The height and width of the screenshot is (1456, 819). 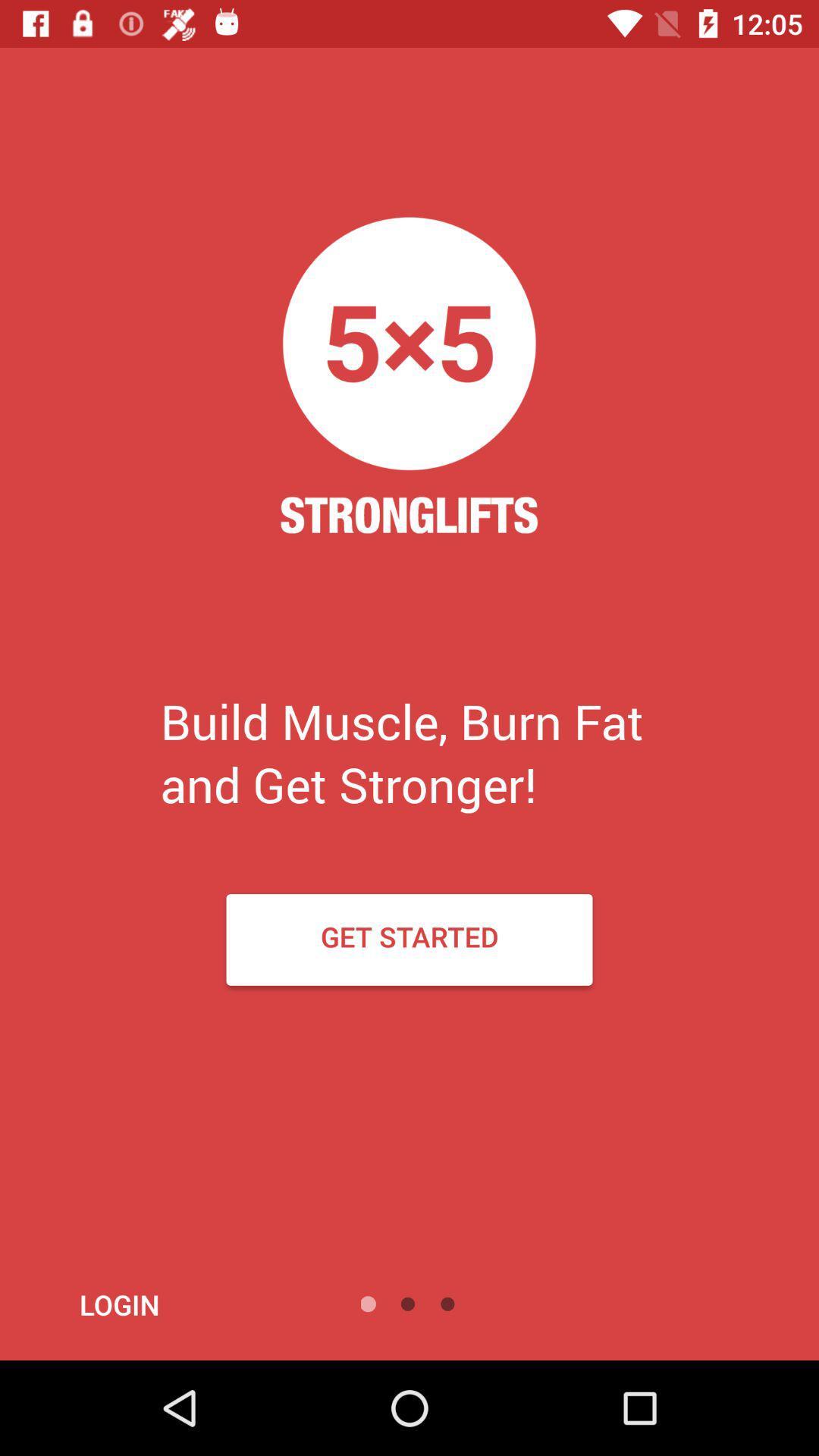 What do you see at coordinates (160, 1304) in the screenshot?
I see `the login` at bounding box center [160, 1304].